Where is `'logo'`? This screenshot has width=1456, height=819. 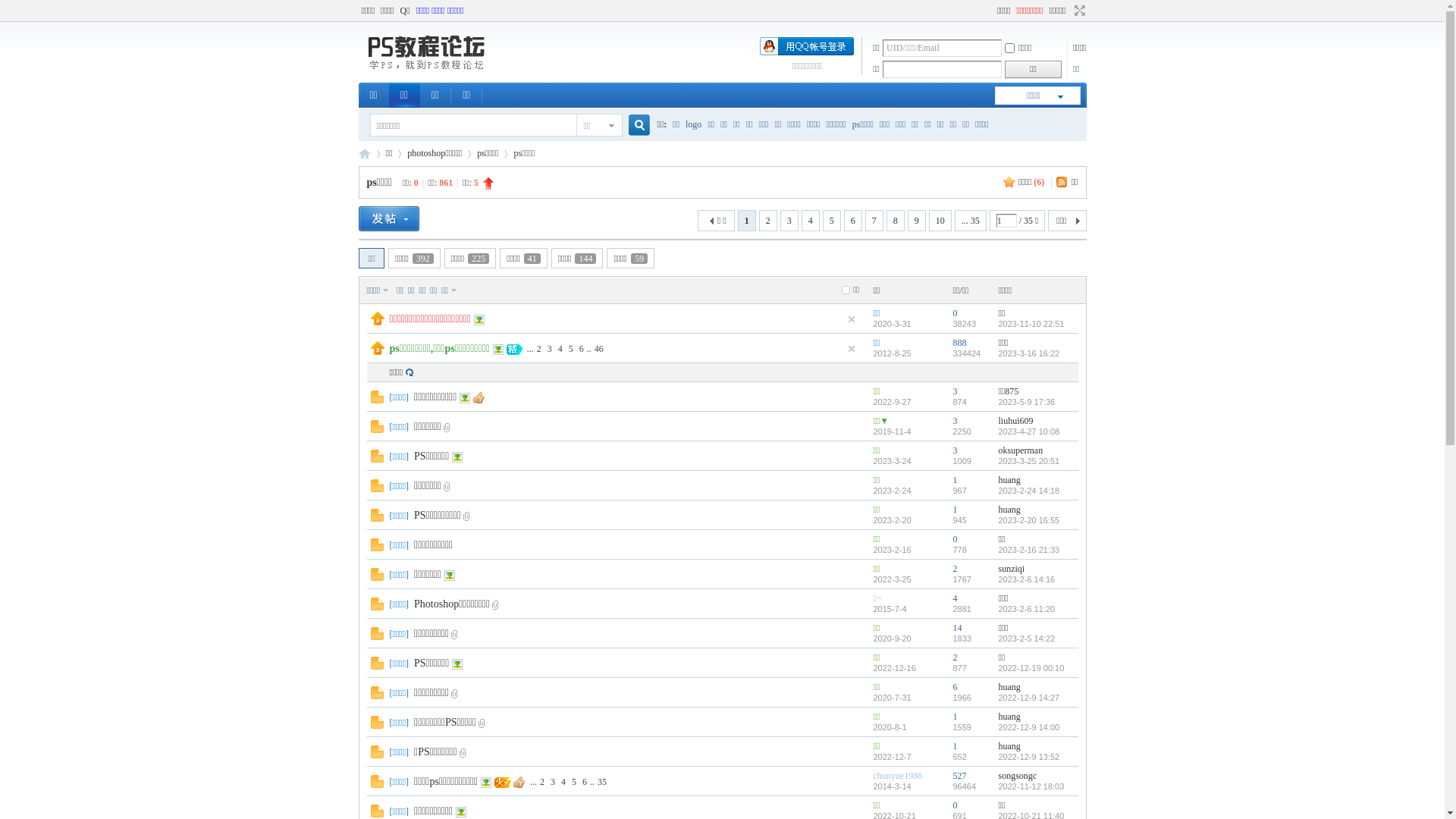 'logo' is located at coordinates (692, 124).